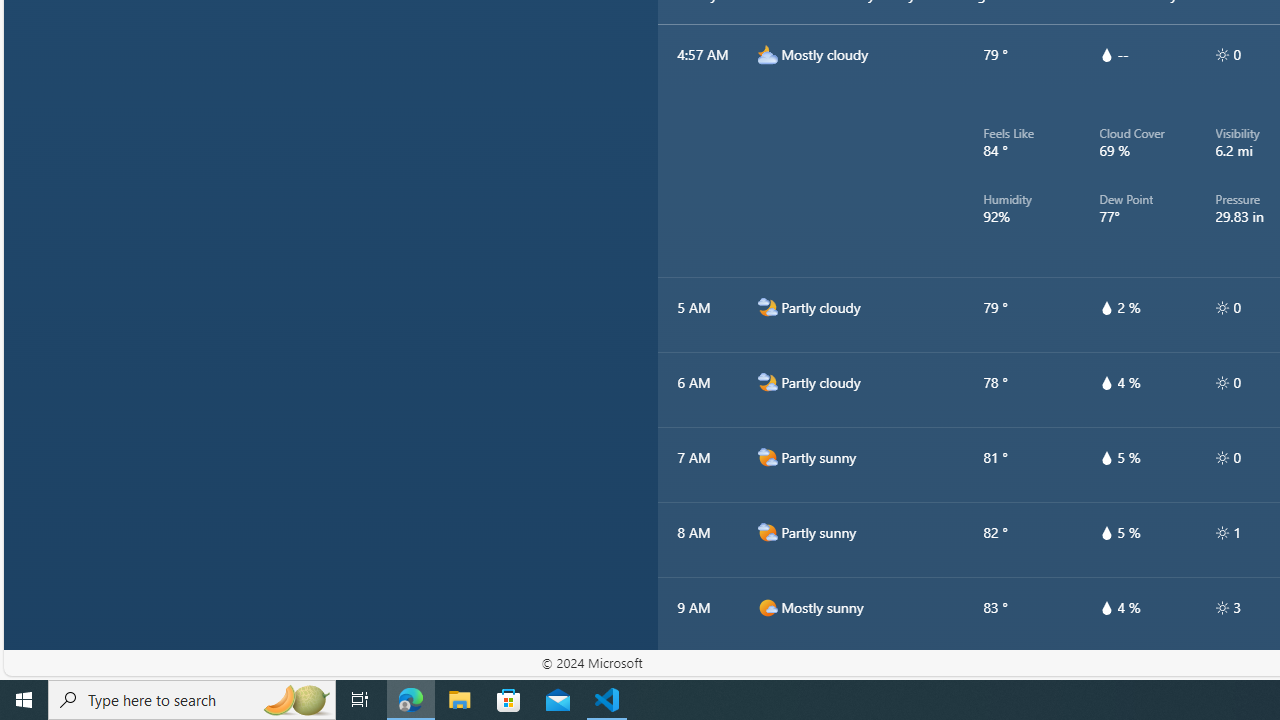 Image resolution: width=1280 pixels, height=720 pixels. What do you see at coordinates (1221, 607) in the screenshot?
I see `'hourlyTable/uv'` at bounding box center [1221, 607].